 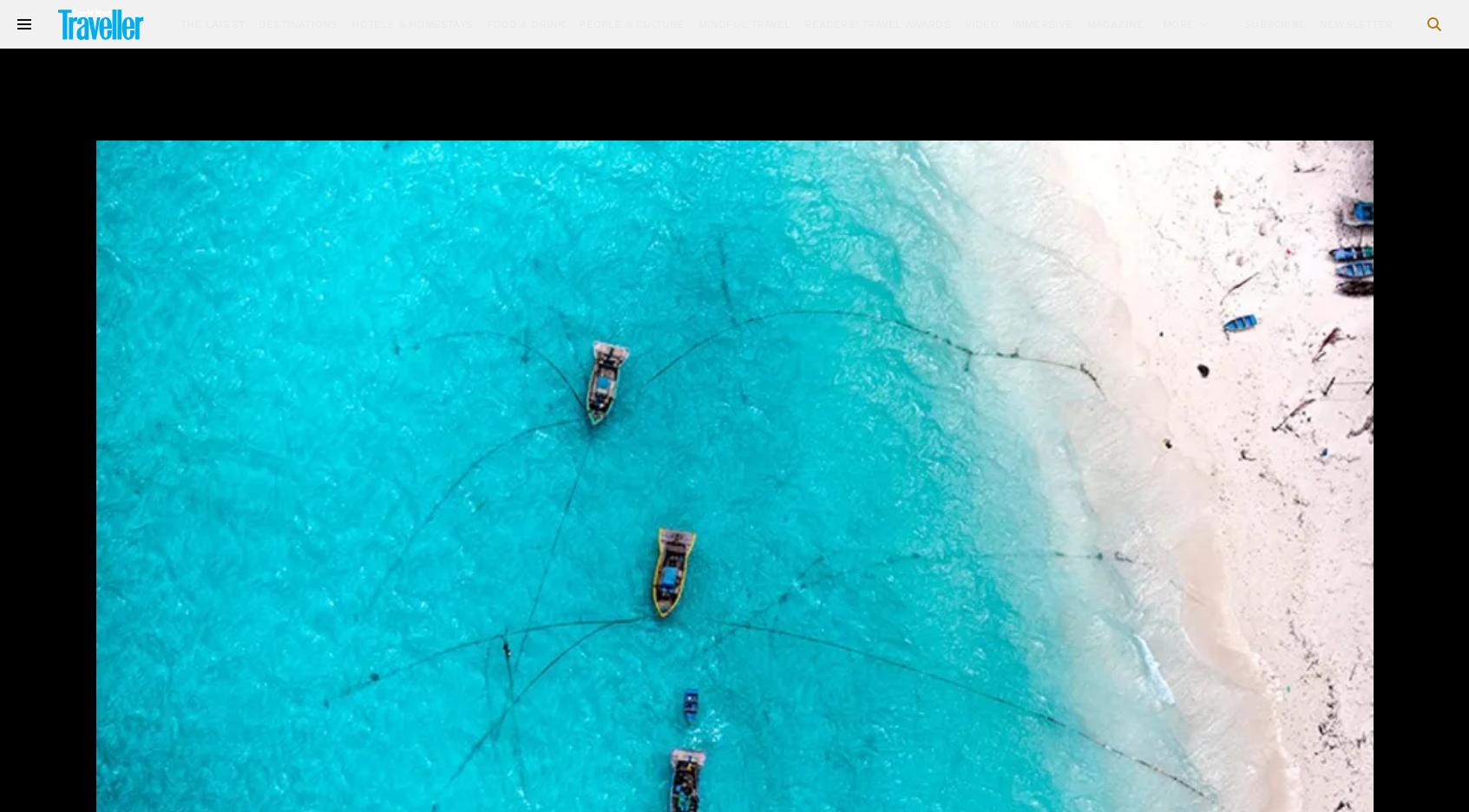 I want to click on 'The Latest', so click(x=212, y=23).